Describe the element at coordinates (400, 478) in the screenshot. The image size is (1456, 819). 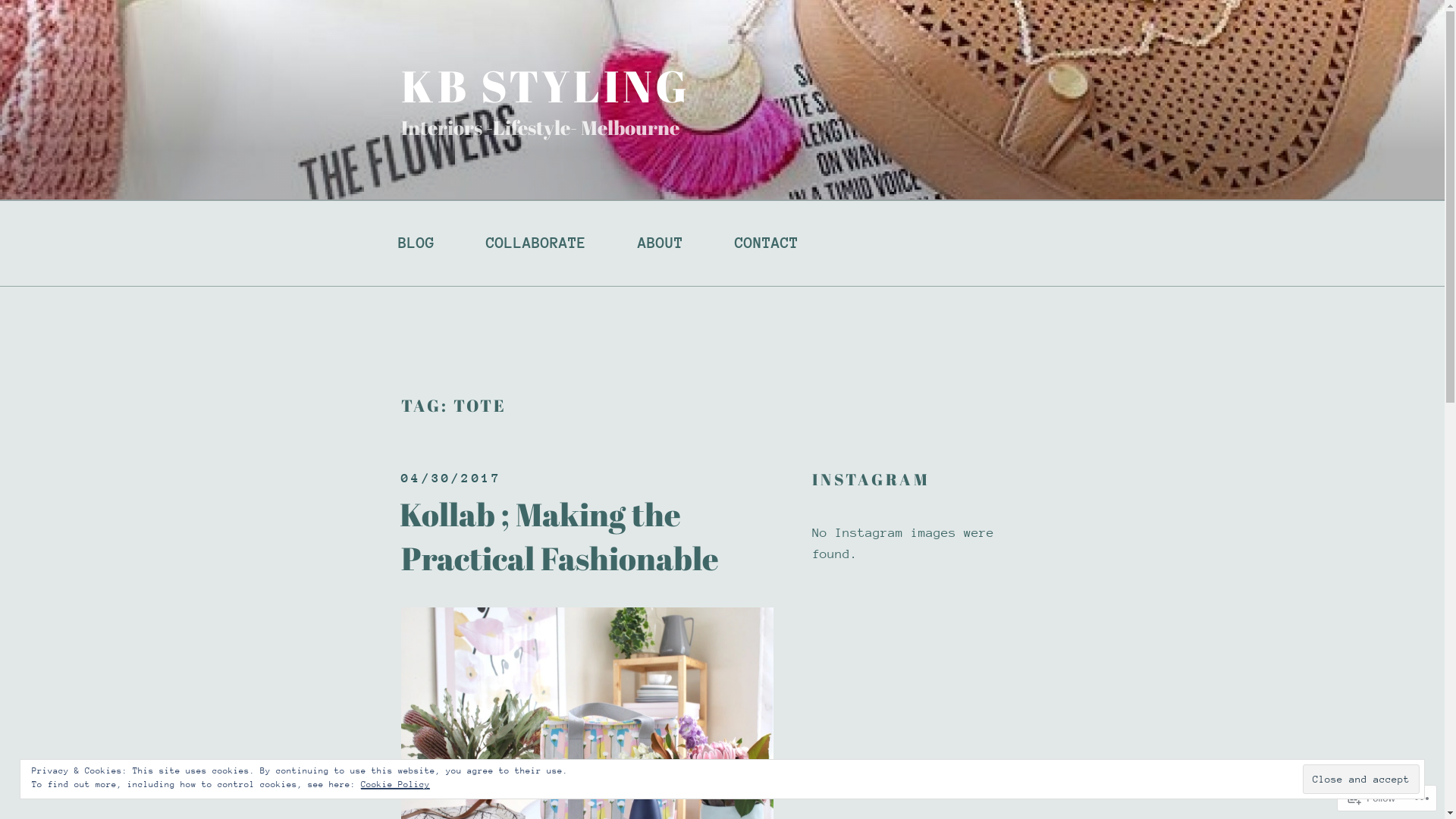
I see `'04/30/2017'` at that location.